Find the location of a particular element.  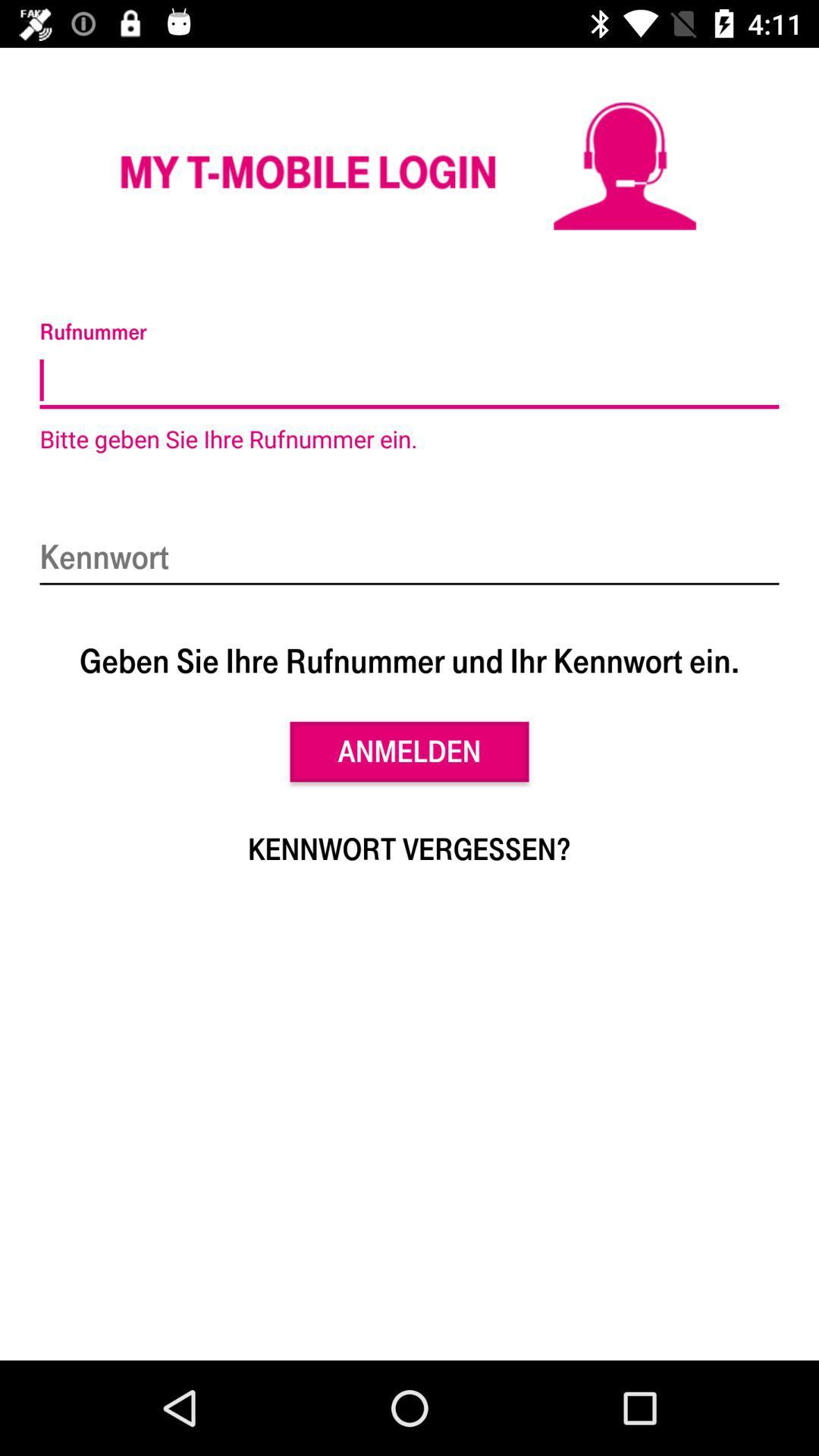

app above bitte geben sie is located at coordinates (409, 381).